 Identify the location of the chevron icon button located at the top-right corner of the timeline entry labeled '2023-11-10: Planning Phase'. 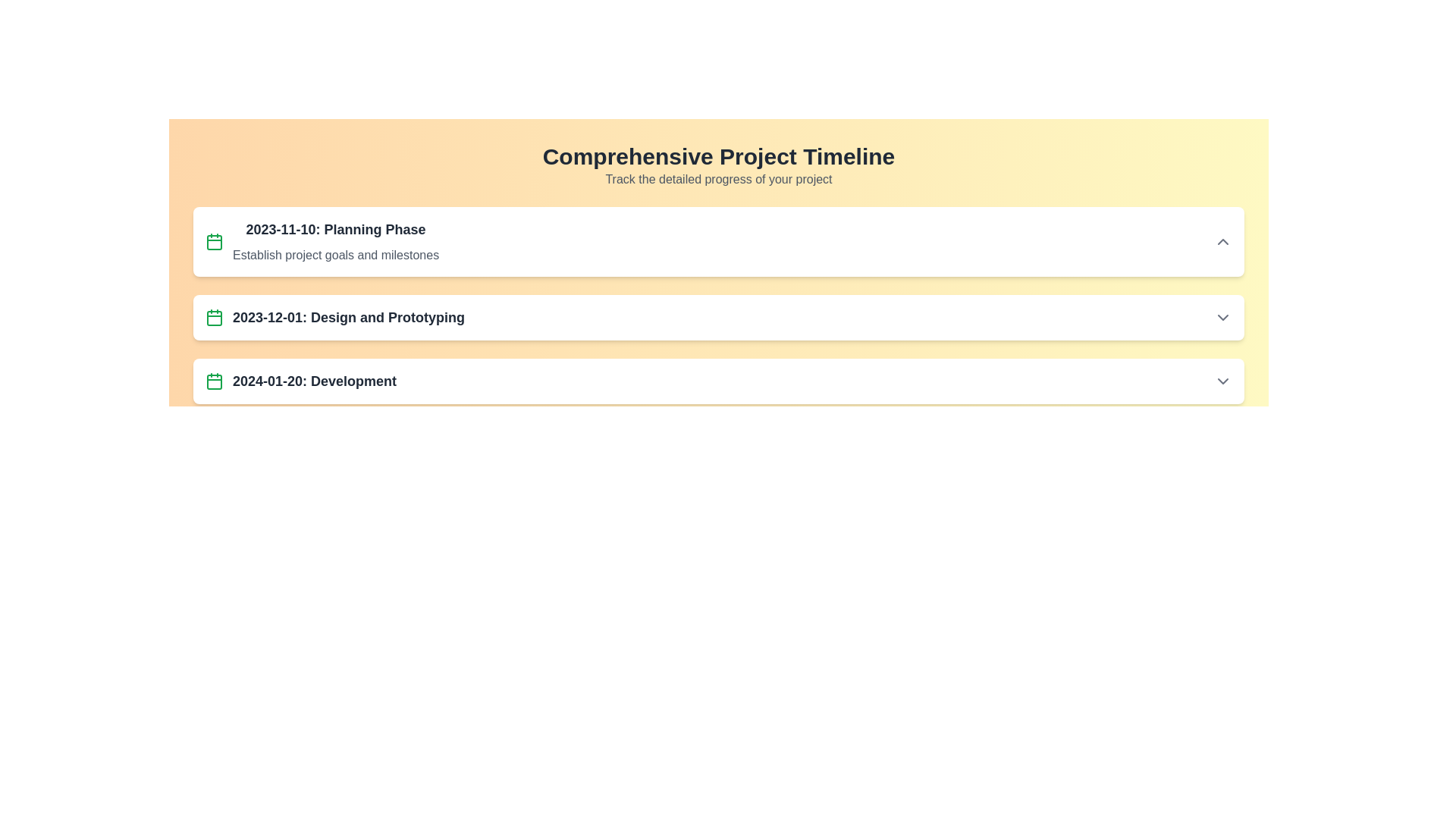
(1222, 241).